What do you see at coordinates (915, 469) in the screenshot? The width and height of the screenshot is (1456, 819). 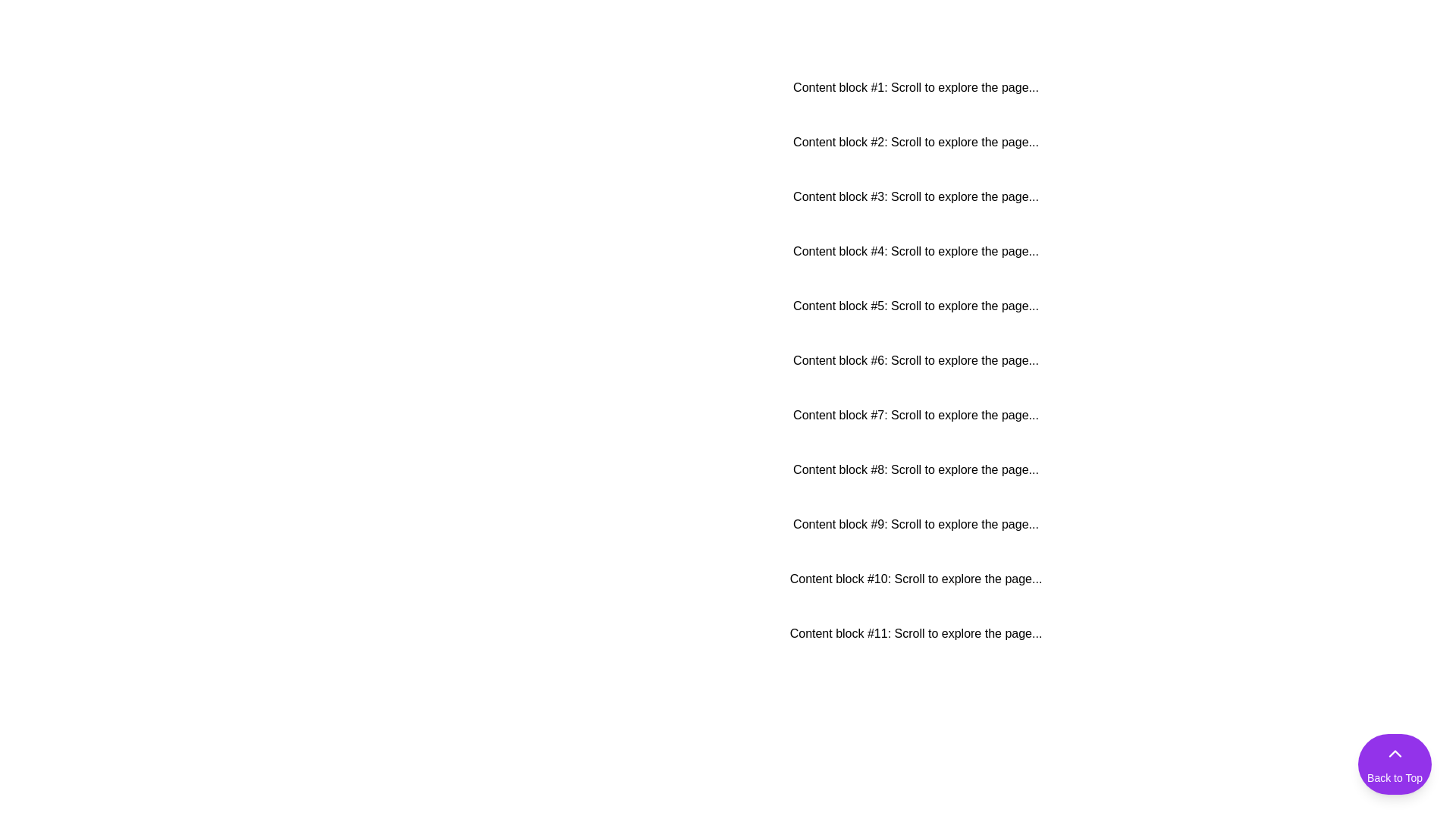 I see `text label that displays 'Content block #8: Scroll to explore the page...' which is the eighth item in a vertical sequence of content blocks` at bounding box center [915, 469].